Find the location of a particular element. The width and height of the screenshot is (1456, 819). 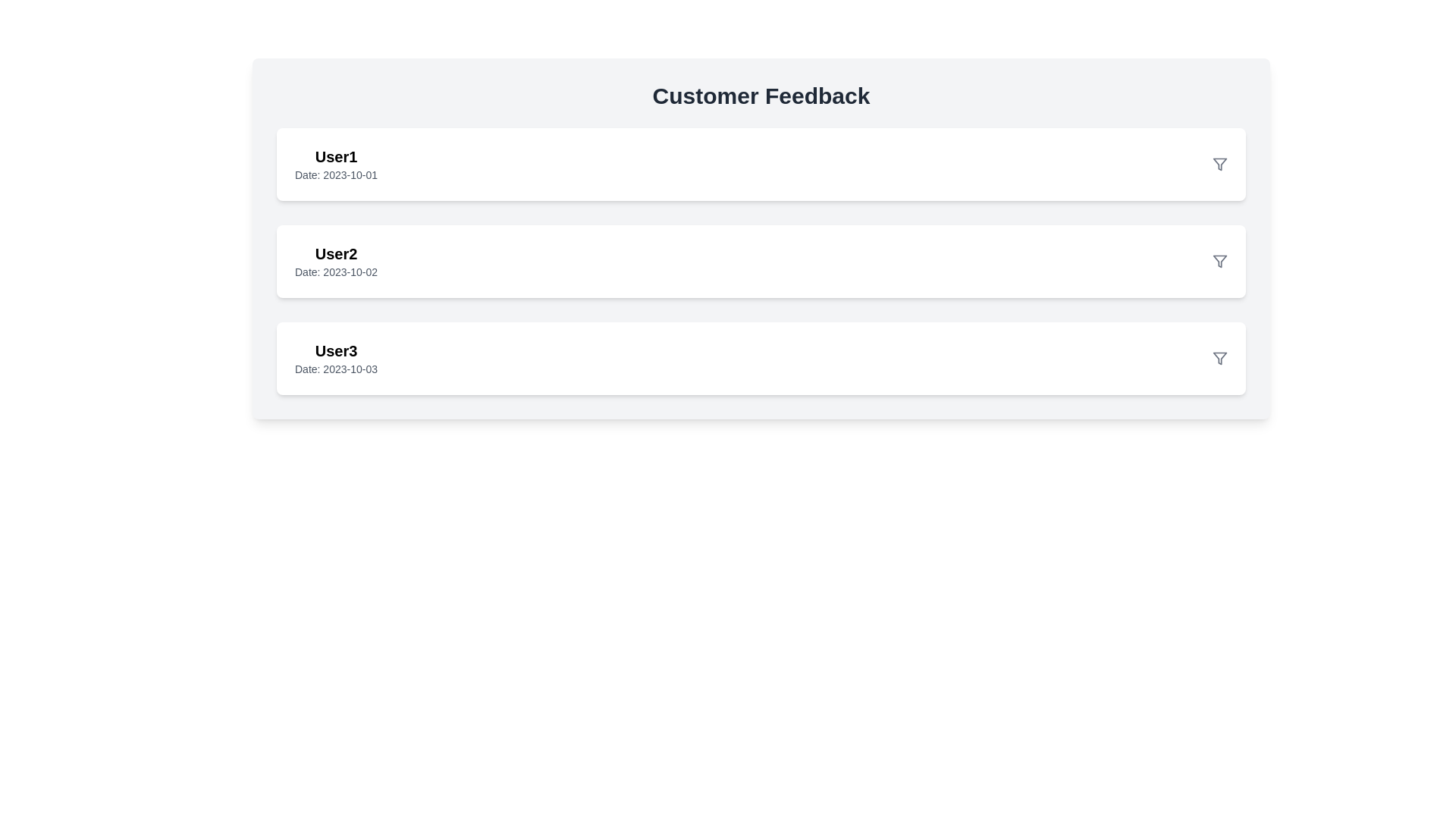

the filter funnel icon located to the far right of the third user feedback entry labeled 'User3' dated '2023-10-03' is located at coordinates (1219, 260).